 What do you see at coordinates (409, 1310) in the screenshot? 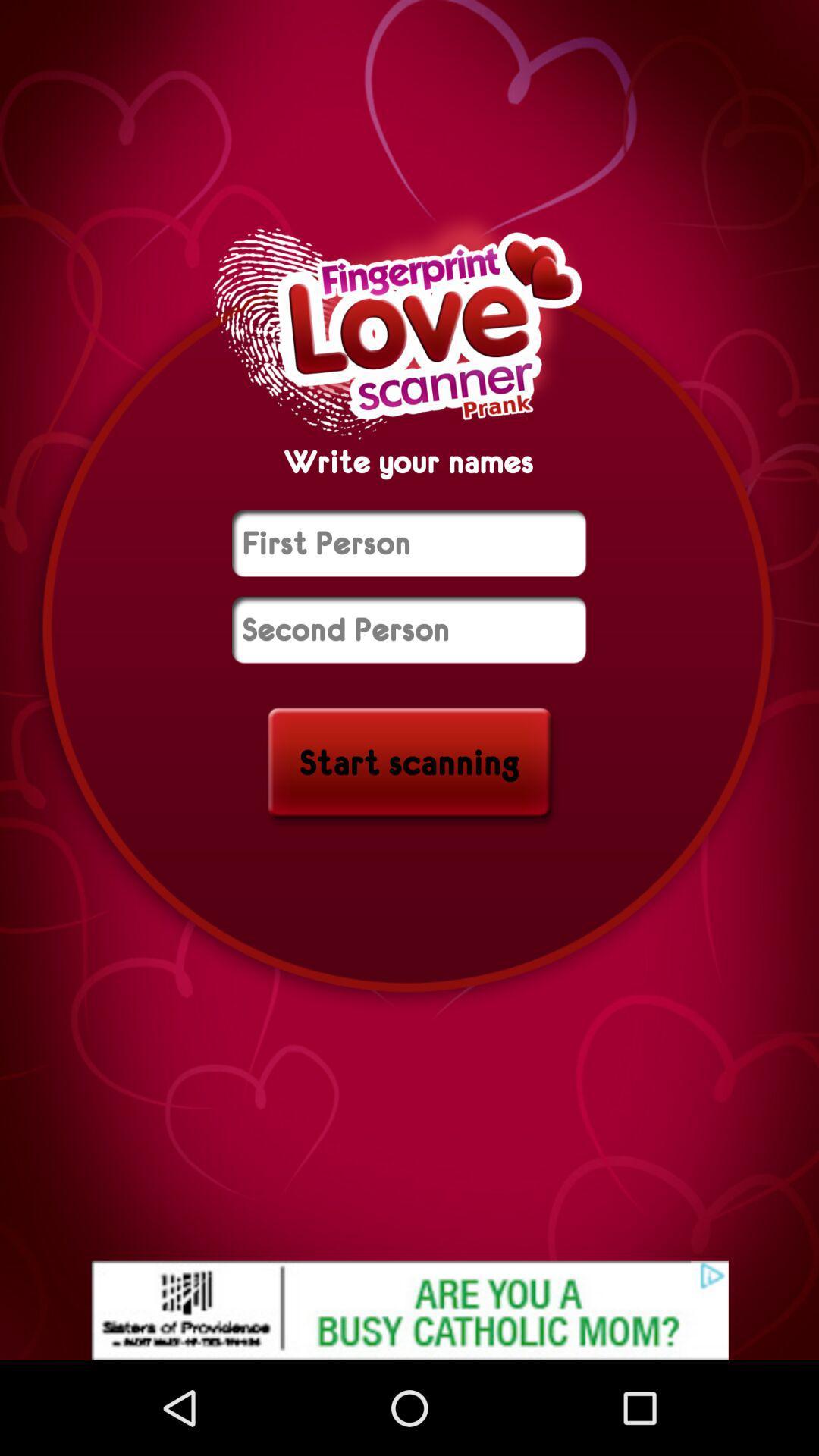
I see `advertisement page` at bounding box center [409, 1310].